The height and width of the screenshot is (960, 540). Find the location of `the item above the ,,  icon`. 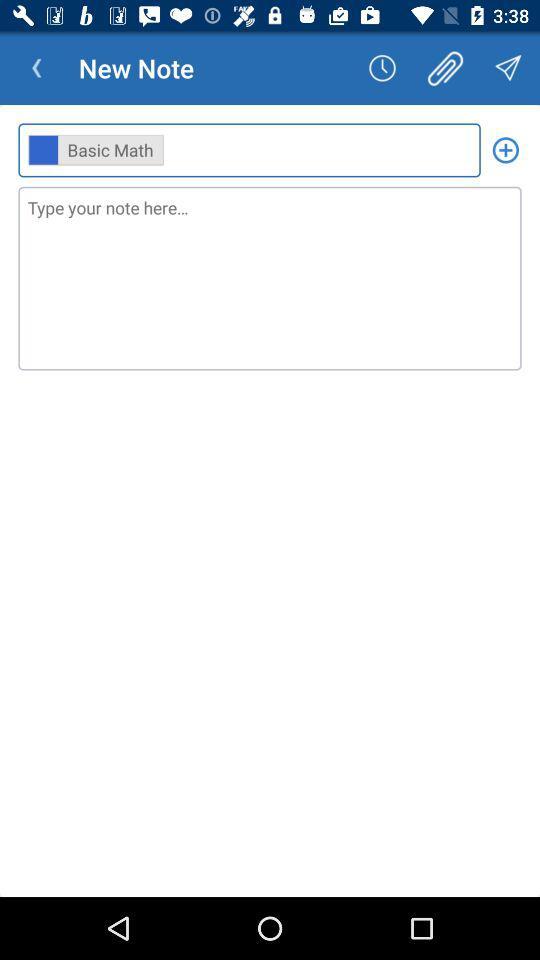

the item above the ,,  icon is located at coordinates (36, 68).